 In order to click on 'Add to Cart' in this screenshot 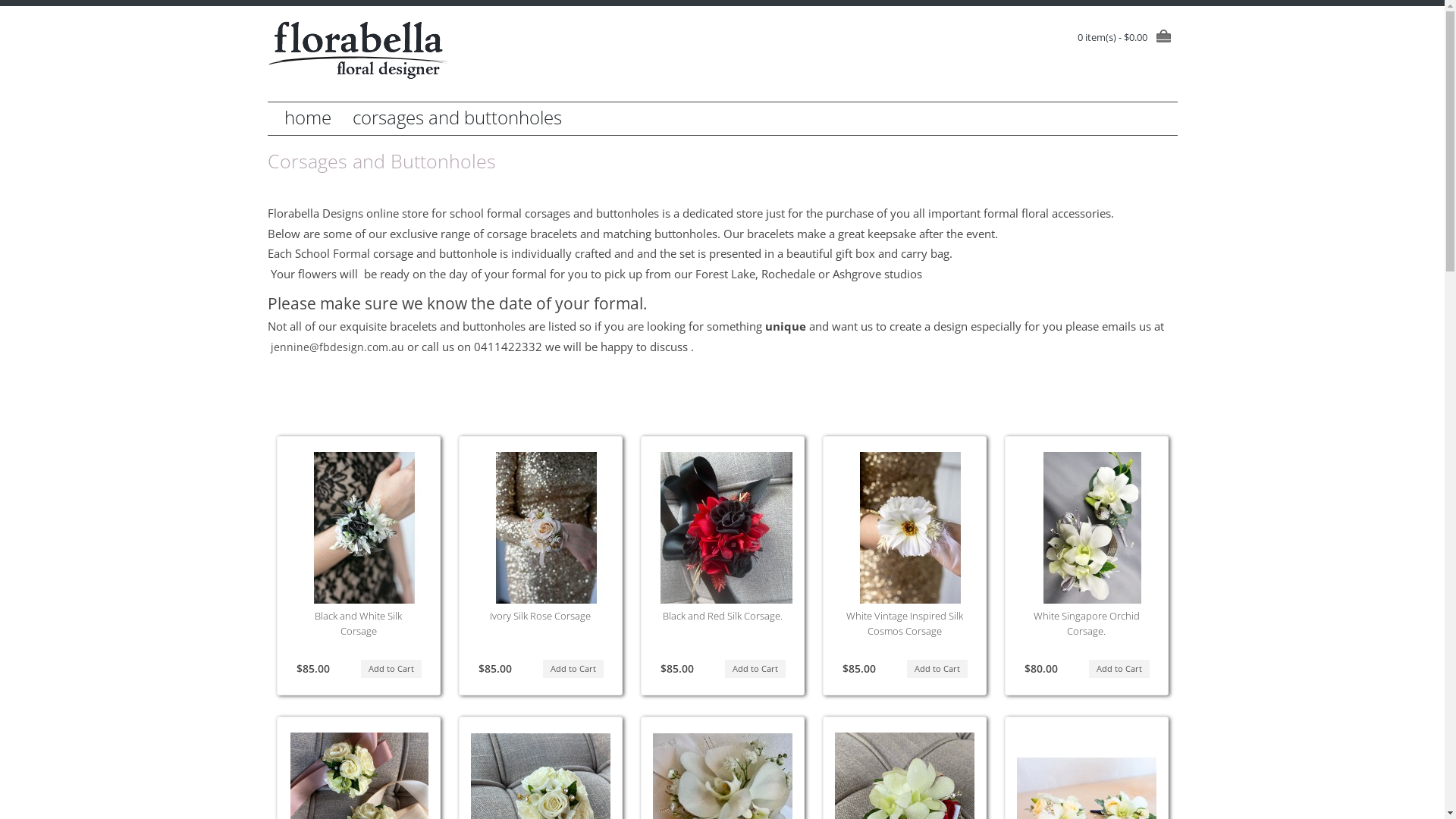, I will do `click(906, 668)`.